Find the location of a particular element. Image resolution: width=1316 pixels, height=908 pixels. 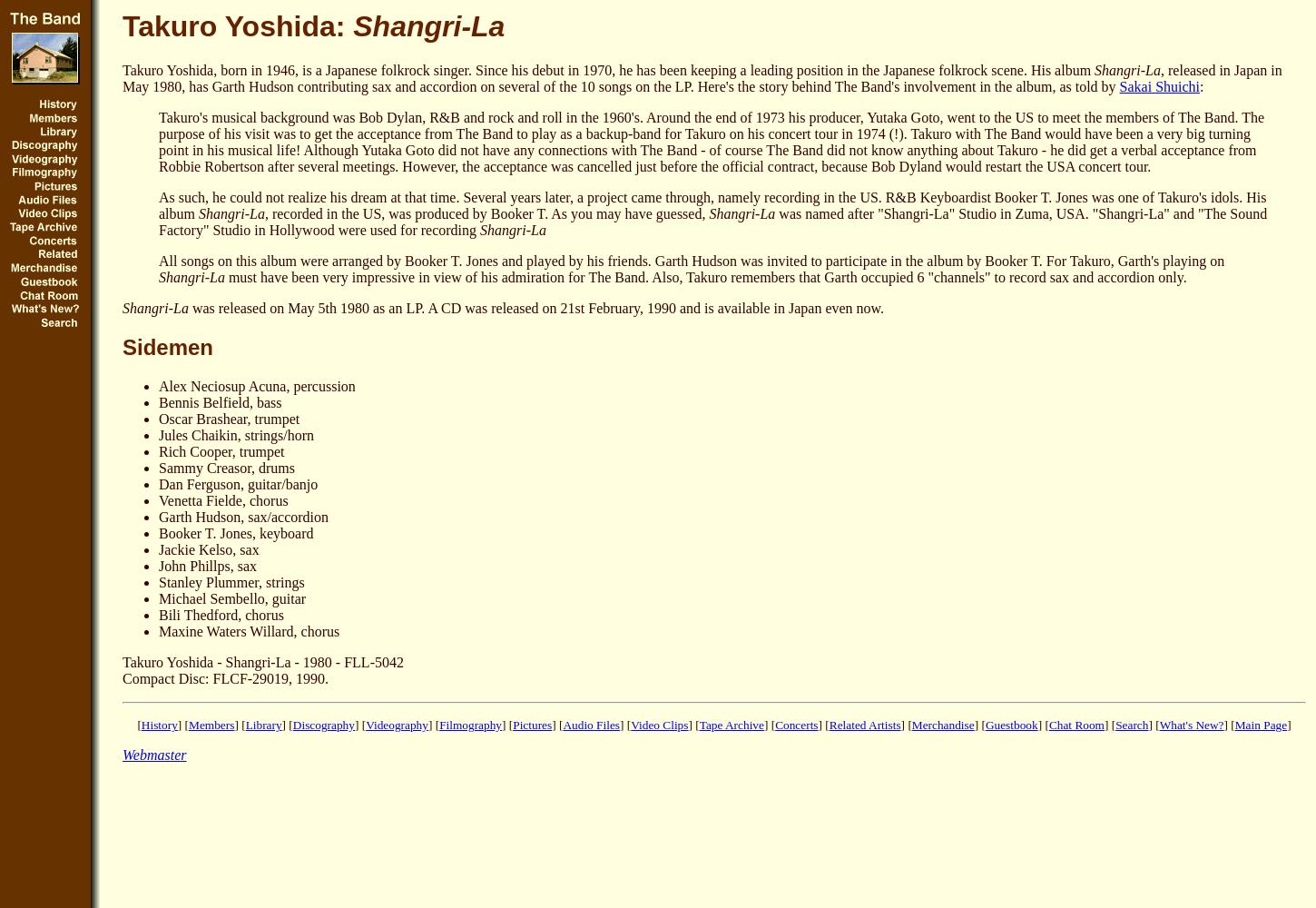

', released in Japan in May 1980, has Garth Hudson contributing
sax and accordion on several of the 10 songs on the LP. Here's the story behind
The Band's involvement in the album, as told  by' is located at coordinates (121, 77).